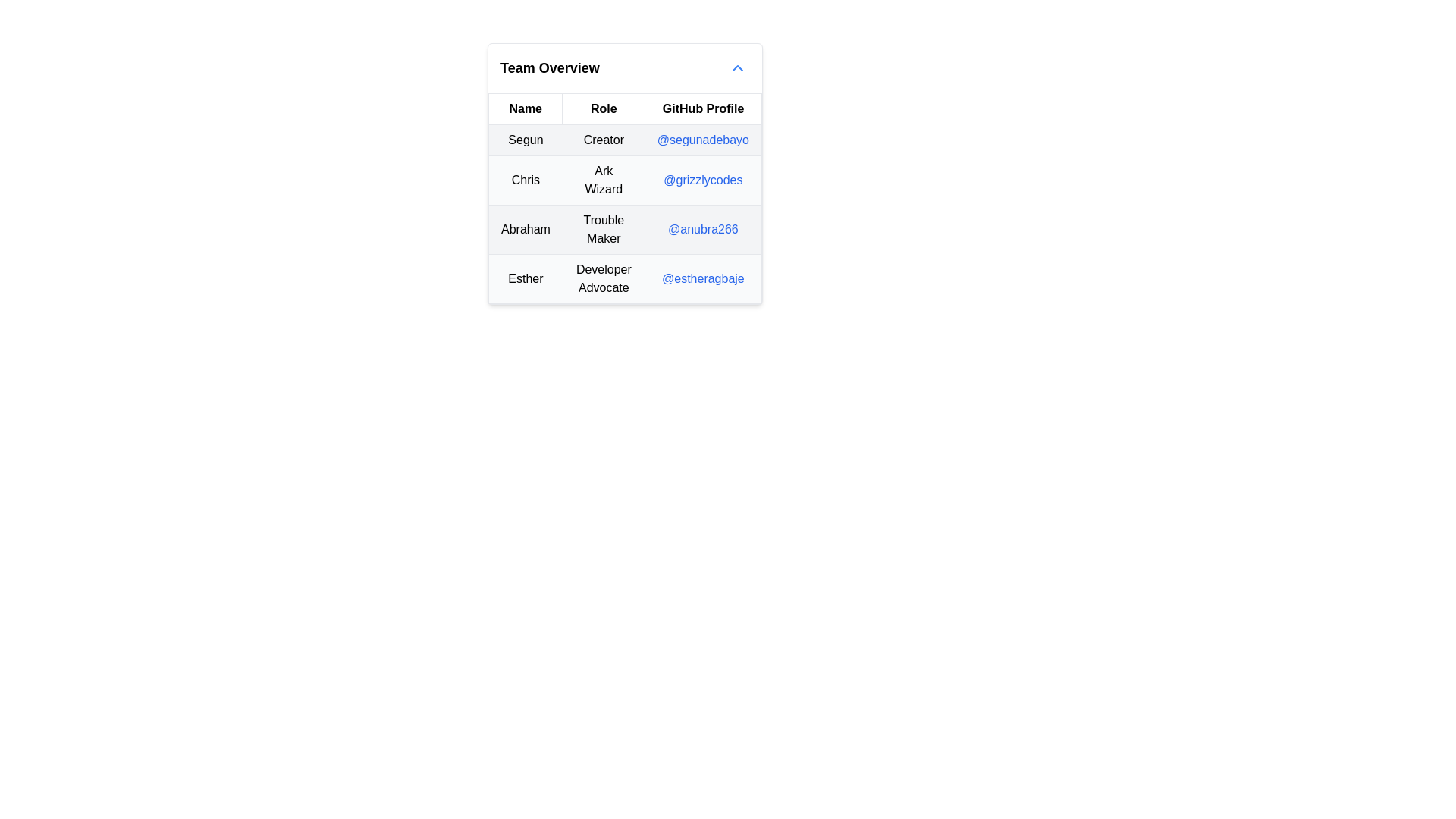  What do you see at coordinates (702, 278) in the screenshot?
I see `the interactive GitHub hyperlink displaying the username '@estheragbaje' which is styled in blue text and underlined on hover, located in the last row of the table under the 'GitHub Profile' column` at bounding box center [702, 278].